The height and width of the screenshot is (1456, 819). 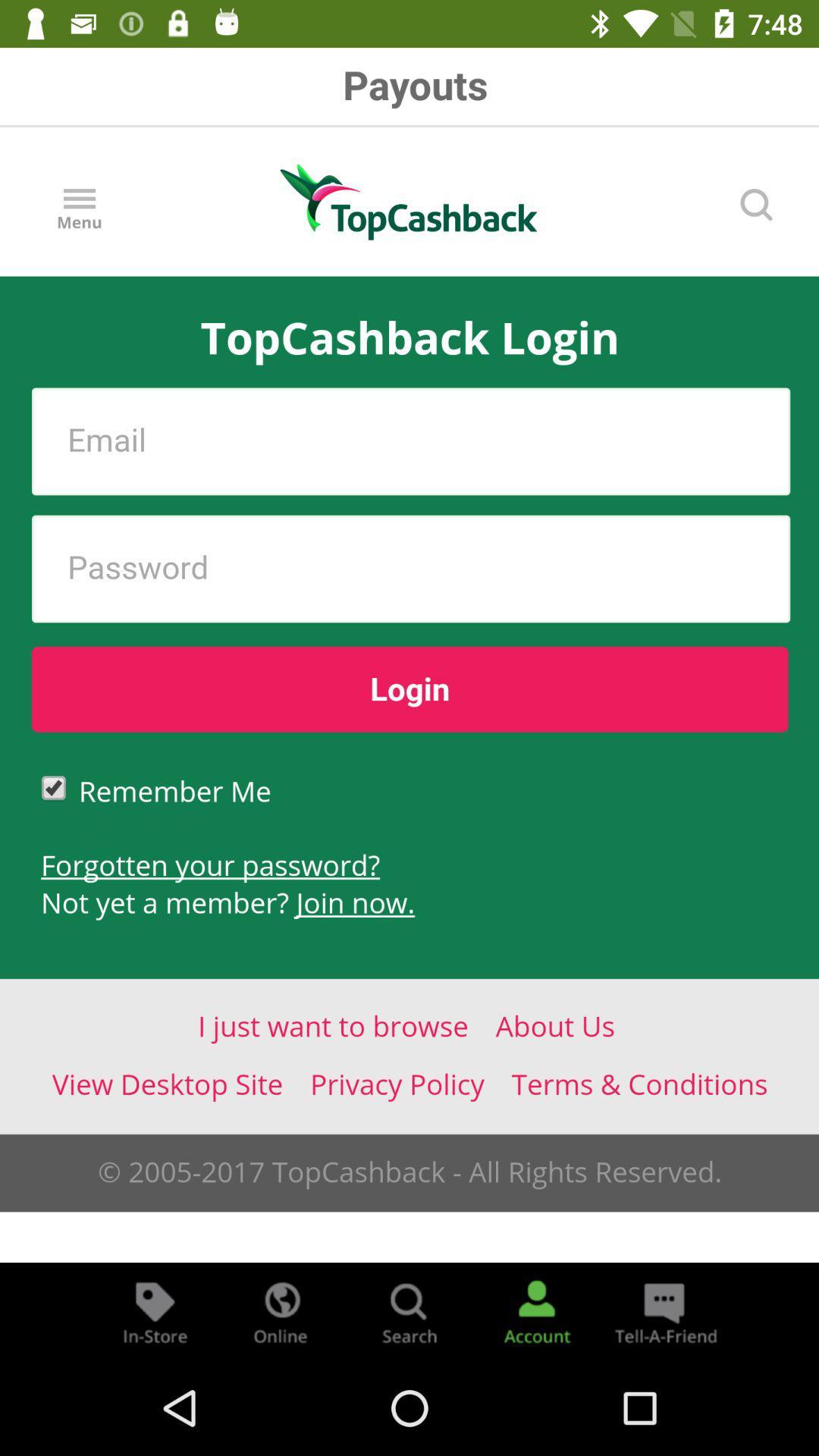 What do you see at coordinates (663, 1310) in the screenshot?
I see `share the item` at bounding box center [663, 1310].